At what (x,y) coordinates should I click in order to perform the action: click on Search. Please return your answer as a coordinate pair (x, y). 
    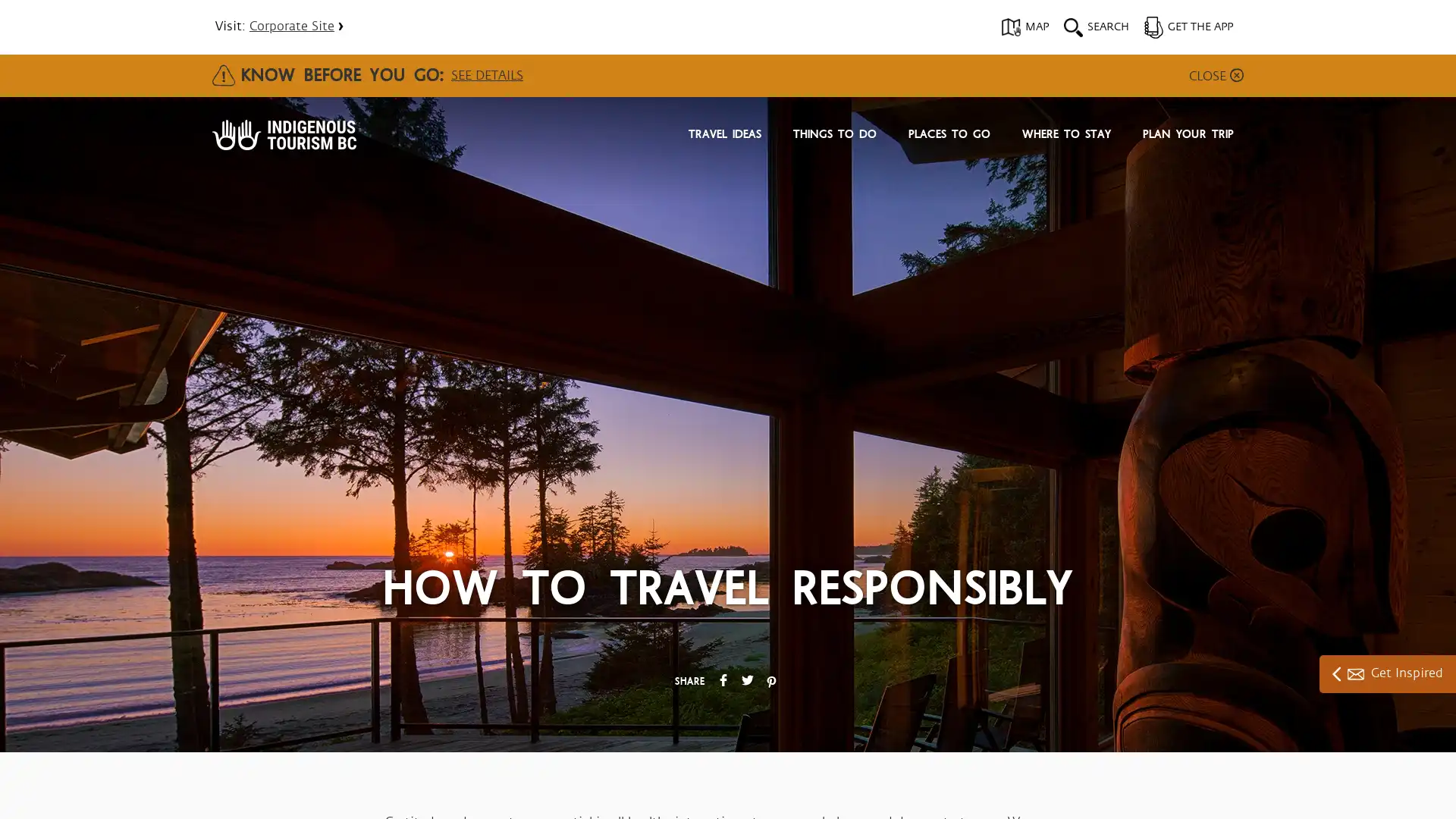
    Looking at the image, I should click on (948, 180).